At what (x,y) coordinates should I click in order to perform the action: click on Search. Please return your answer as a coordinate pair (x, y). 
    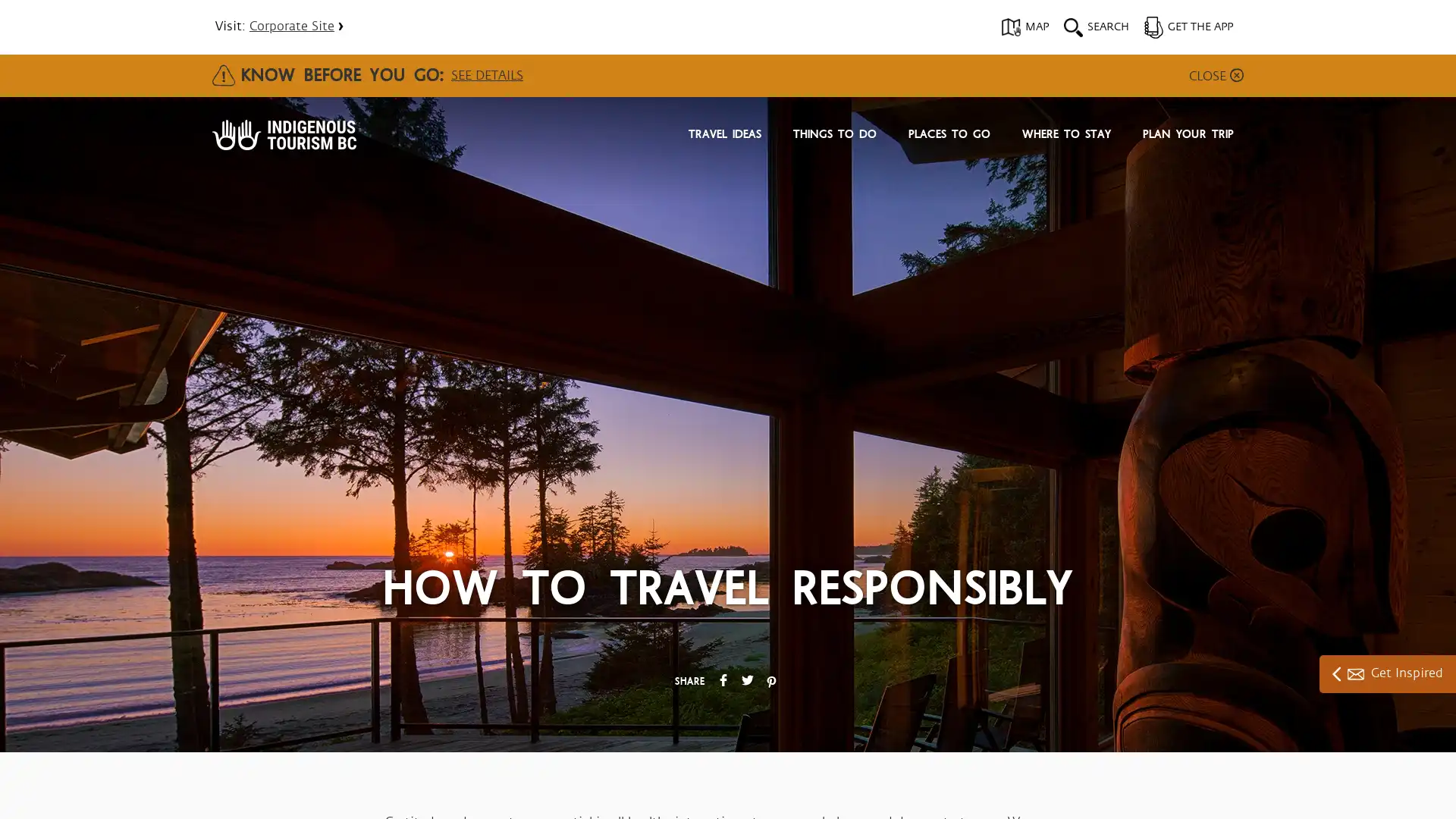
    Looking at the image, I should click on (948, 180).